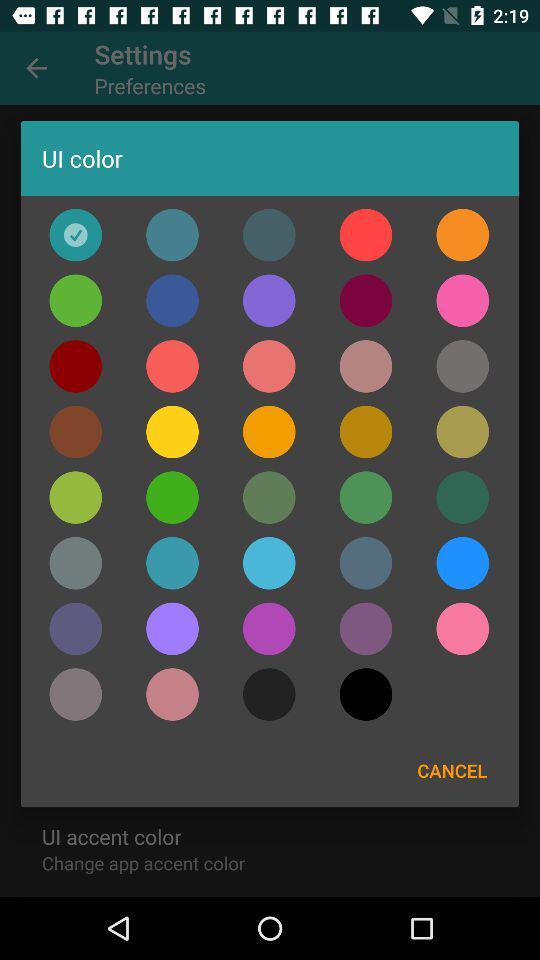 This screenshot has width=540, height=960. What do you see at coordinates (452, 769) in the screenshot?
I see `the cancel` at bounding box center [452, 769].